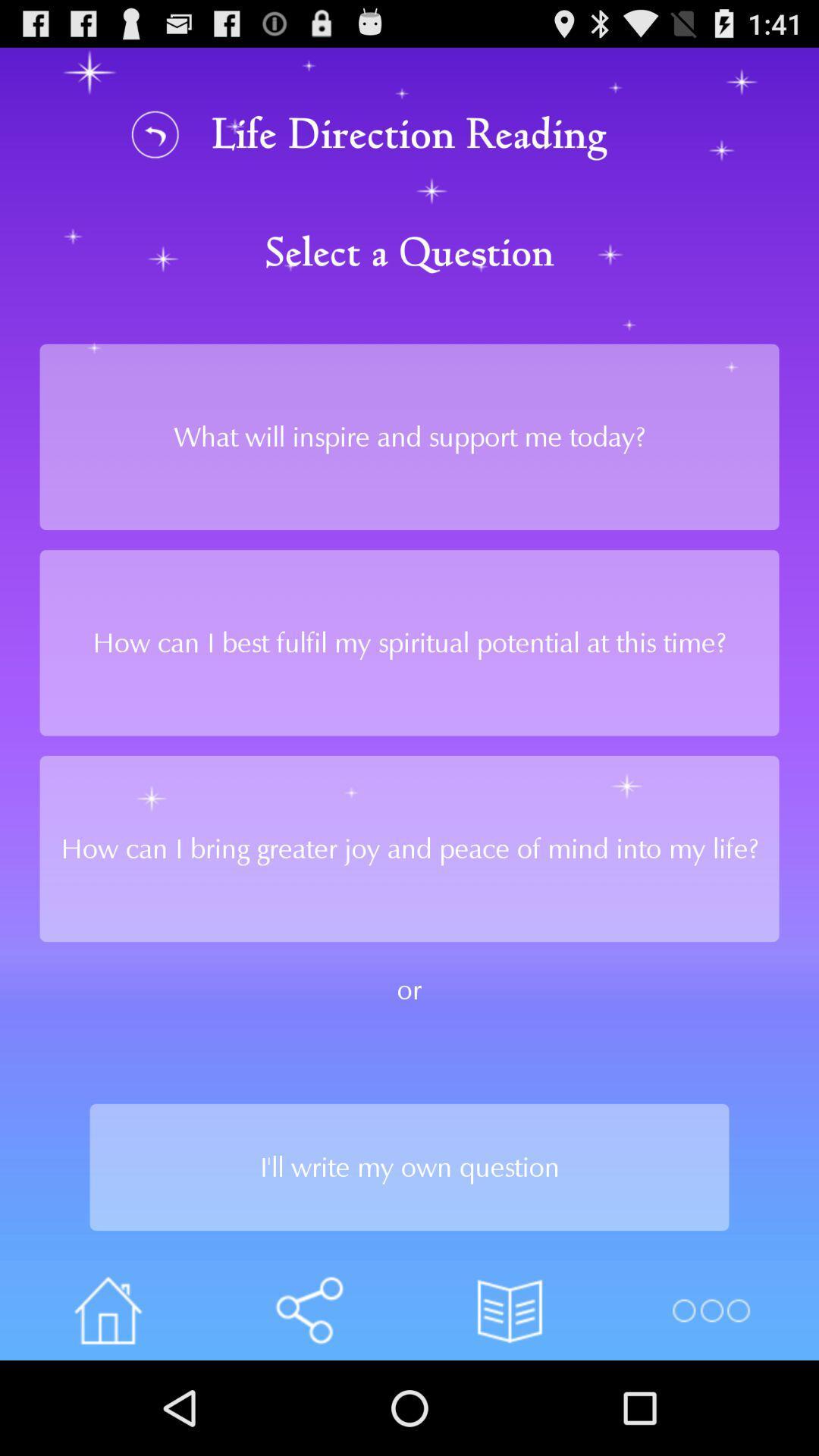 This screenshot has width=819, height=1456. What do you see at coordinates (155, 134) in the screenshot?
I see `refresh` at bounding box center [155, 134].